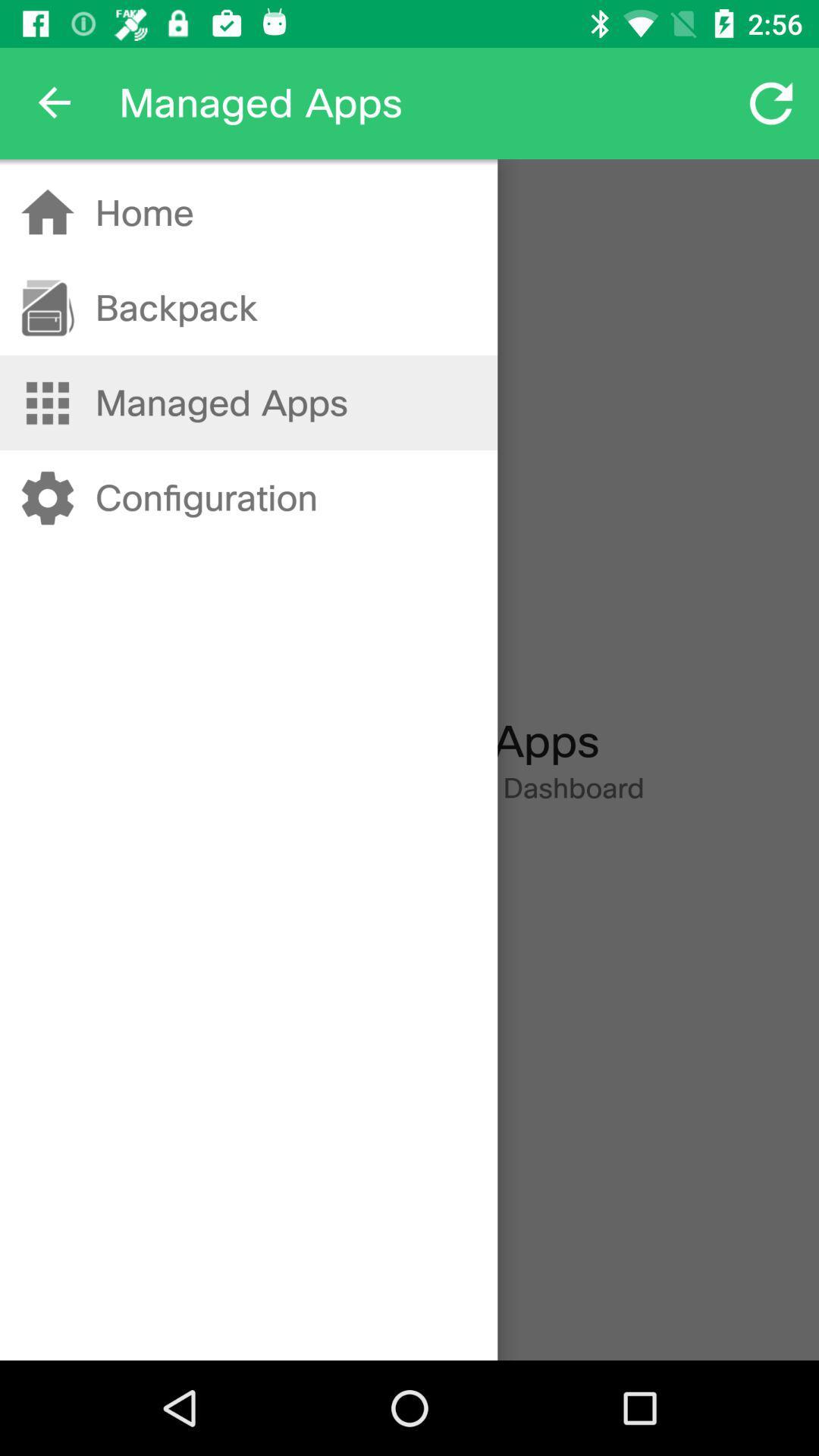 Image resolution: width=819 pixels, height=1456 pixels. I want to click on the backpack, so click(175, 307).